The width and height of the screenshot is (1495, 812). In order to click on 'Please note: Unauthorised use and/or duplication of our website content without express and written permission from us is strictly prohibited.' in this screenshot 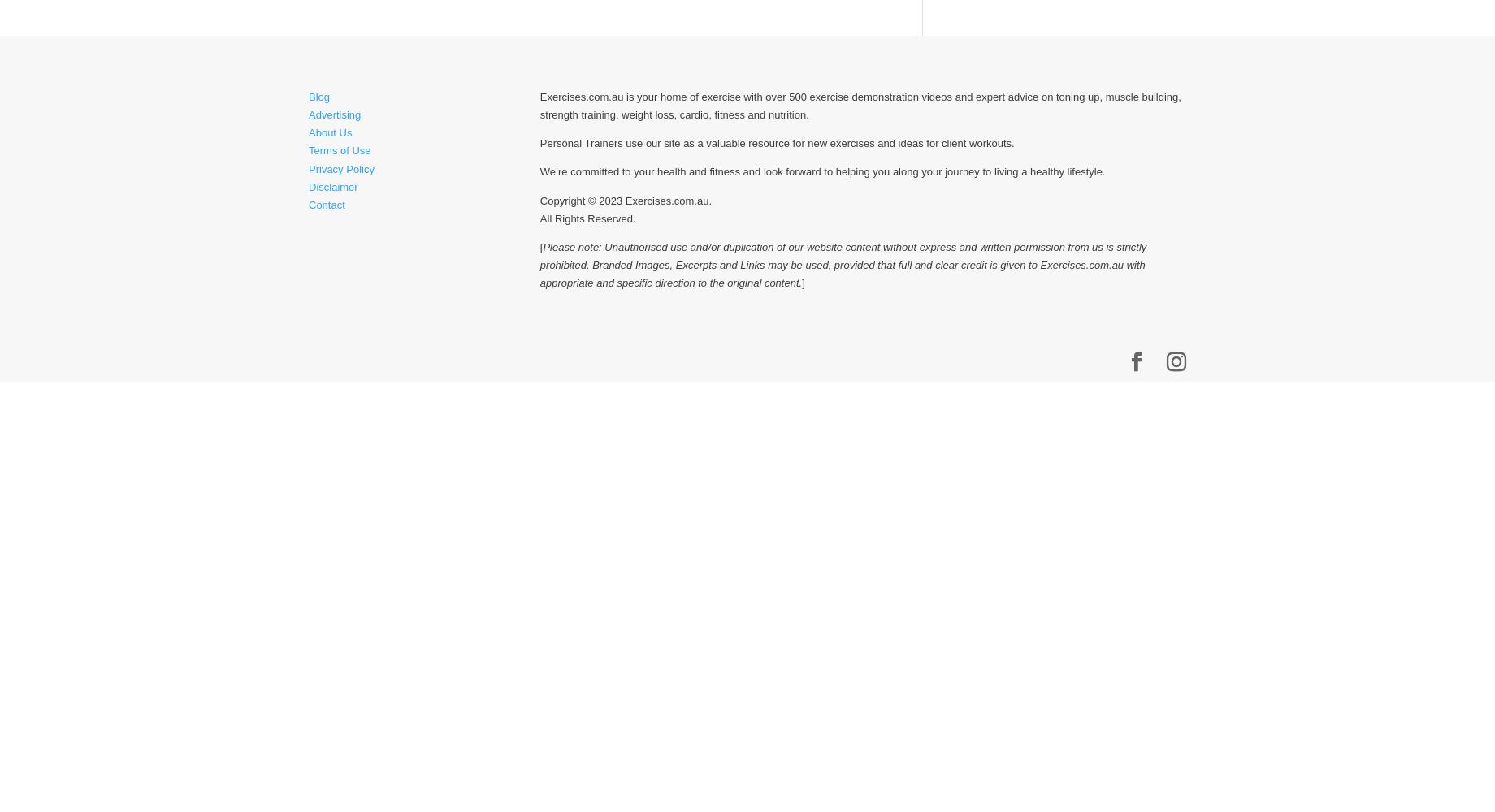, I will do `click(842, 254)`.